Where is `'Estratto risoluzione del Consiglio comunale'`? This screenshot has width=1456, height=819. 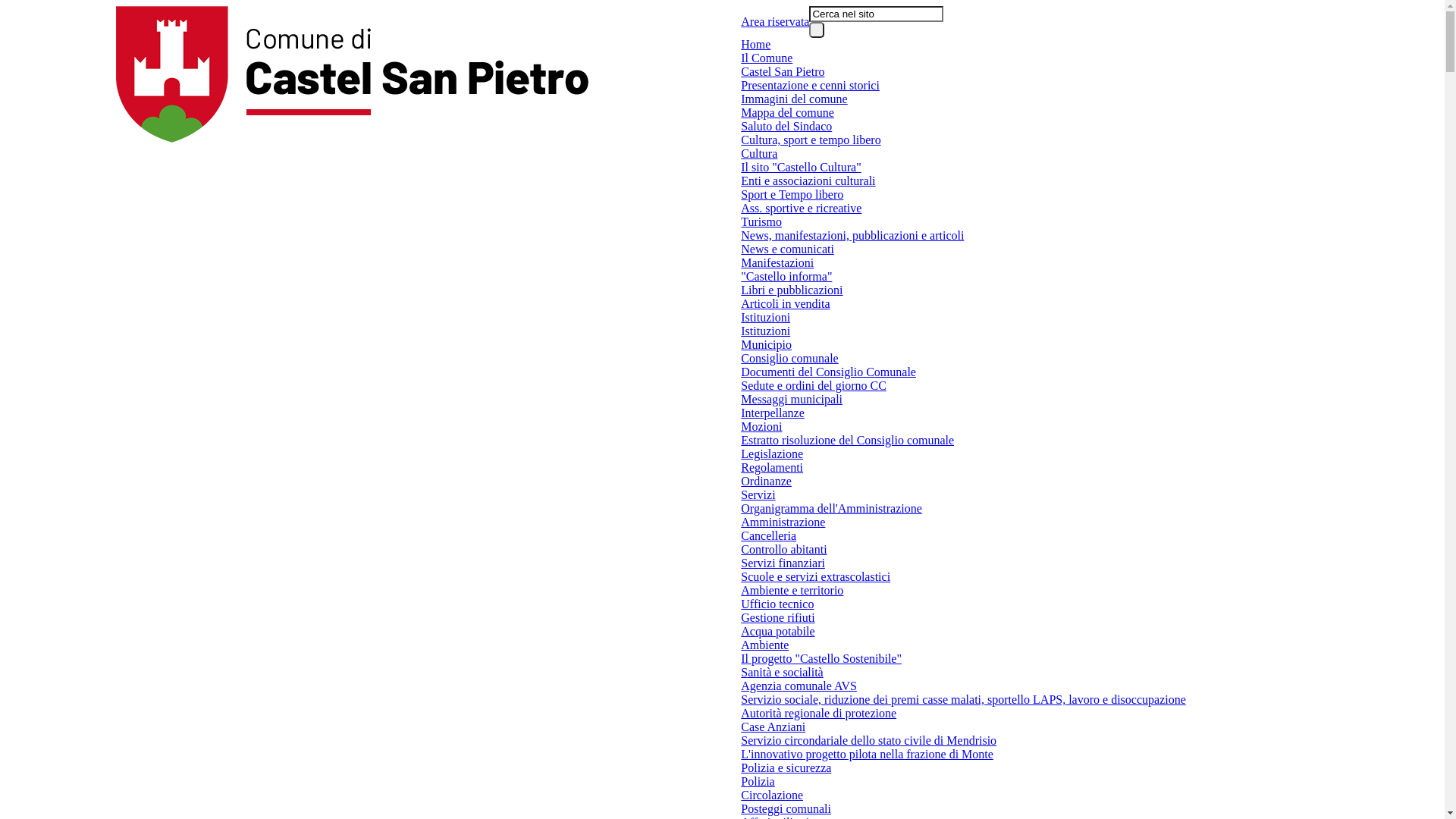 'Estratto risoluzione del Consiglio comunale' is located at coordinates (846, 441).